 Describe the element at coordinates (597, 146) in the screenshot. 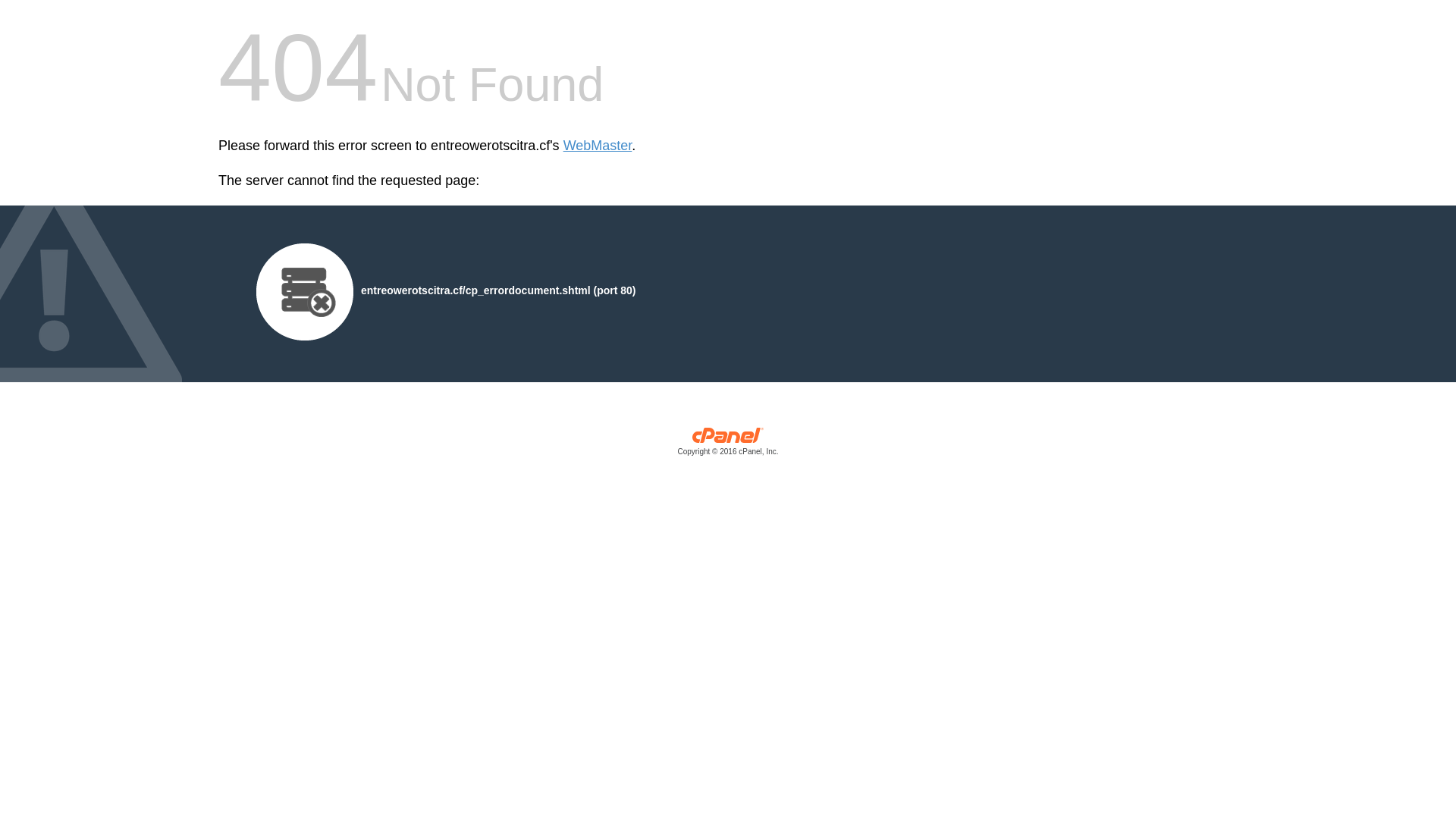

I see `'WebMaster'` at that location.